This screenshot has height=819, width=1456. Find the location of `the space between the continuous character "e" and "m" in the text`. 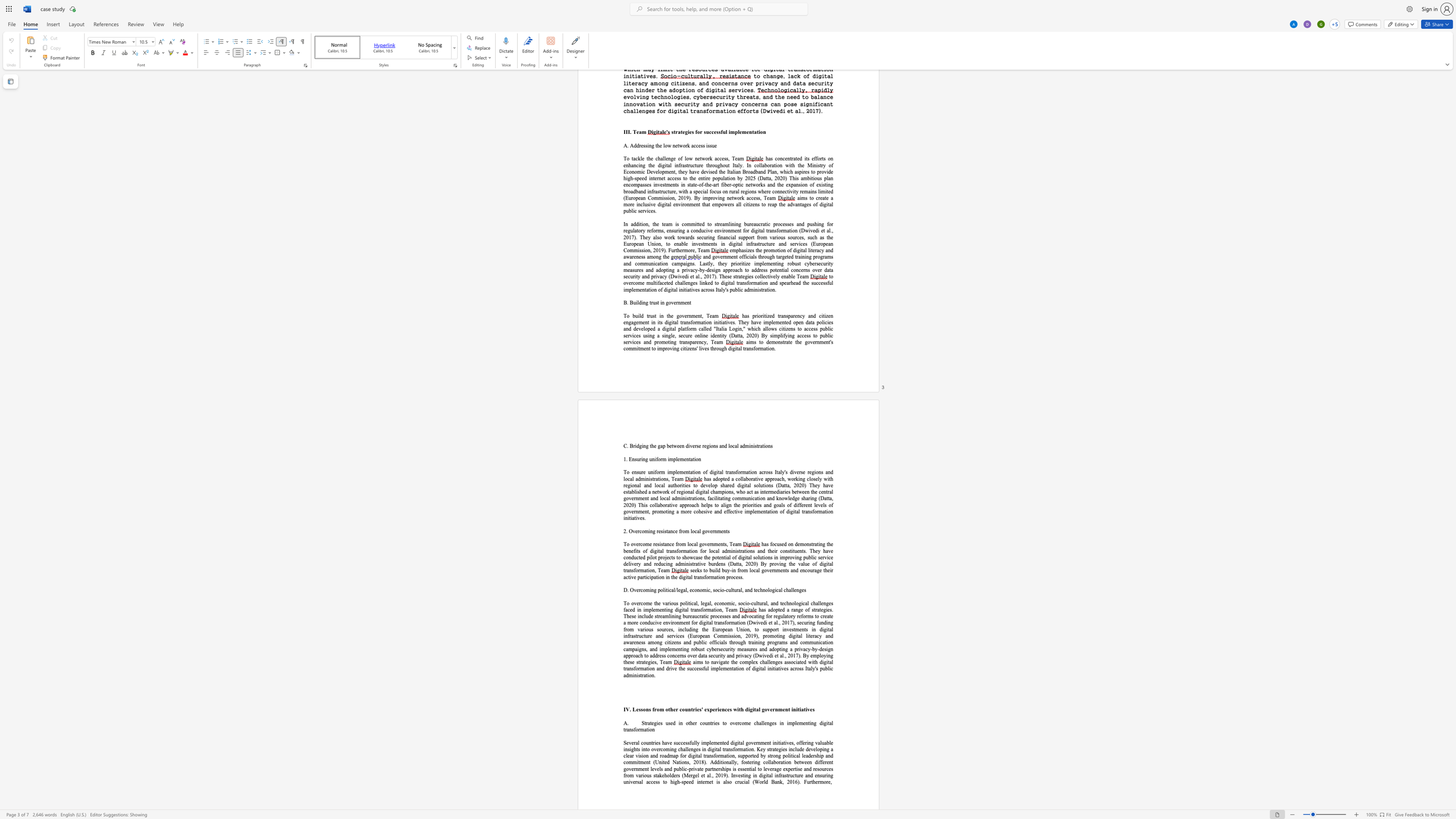

the space between the continuous character "e" and "m" in the text is located at coordinates (757, 511).